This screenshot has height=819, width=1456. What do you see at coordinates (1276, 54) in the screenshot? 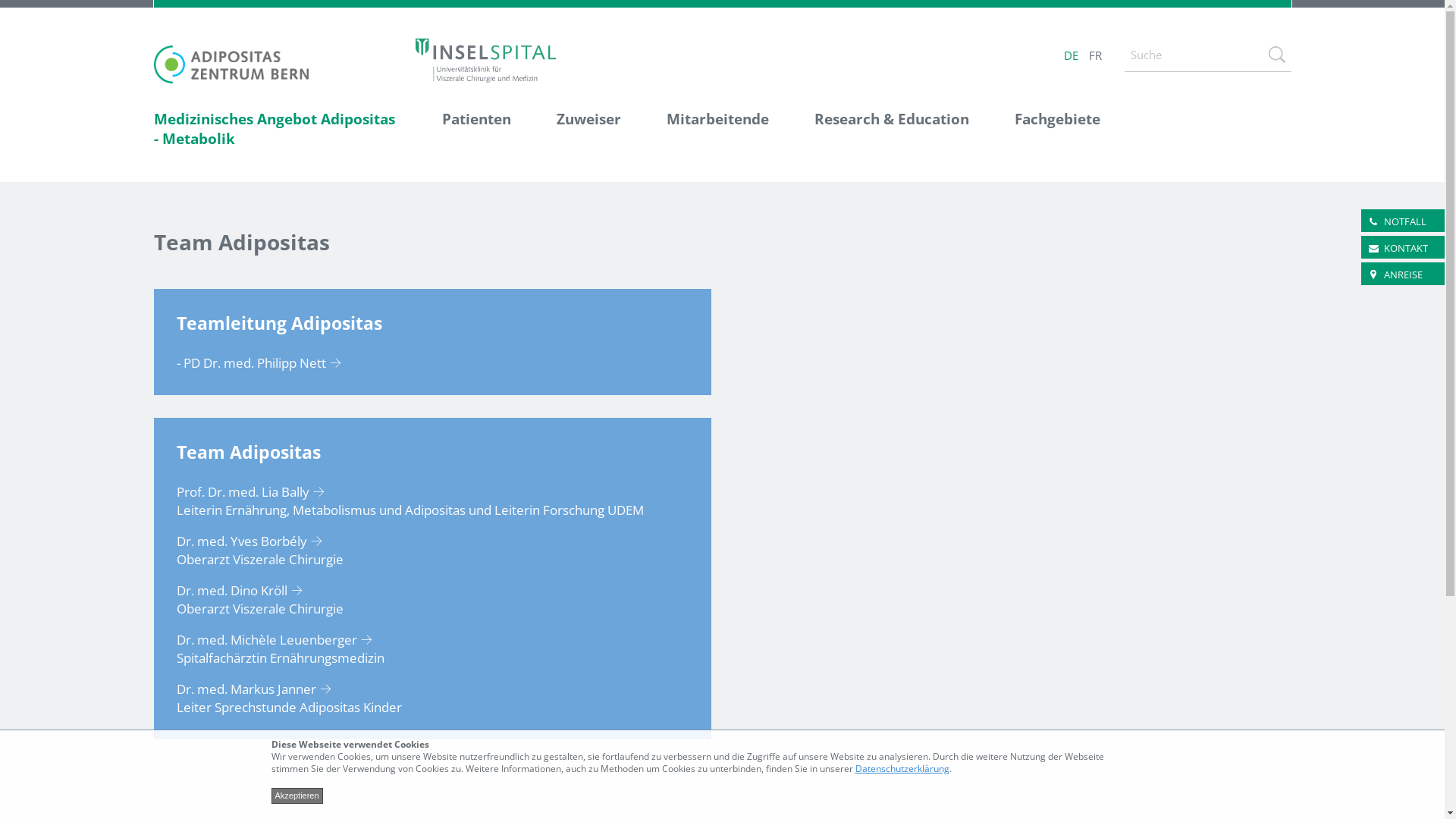
I see `'Suche'` at bounding box center [1276, 54].